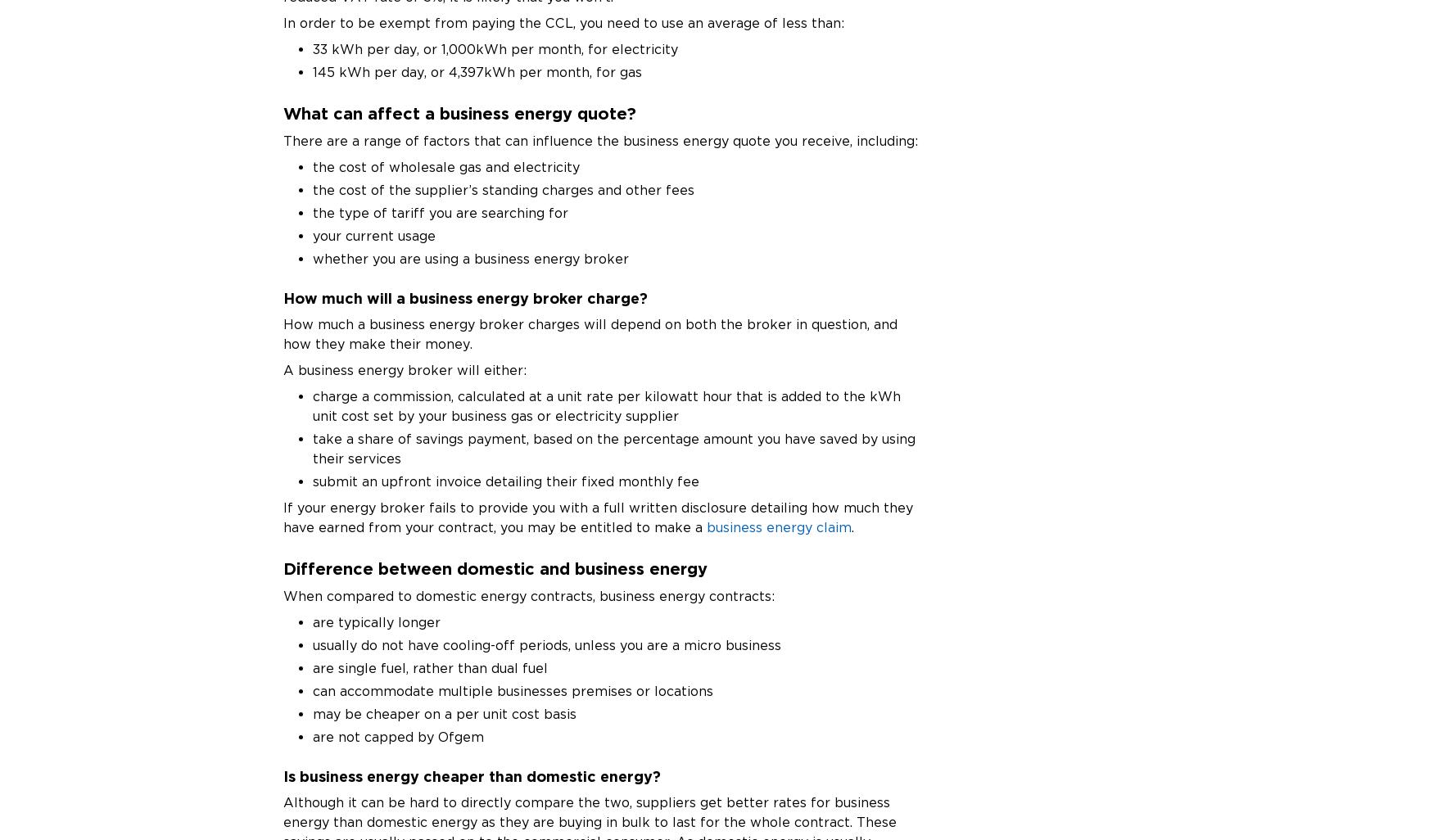  What do you see at coordinates (404, 369) in the screenshot?
I see `'A business energy broker will either:'` at bounding box center [404, 369].